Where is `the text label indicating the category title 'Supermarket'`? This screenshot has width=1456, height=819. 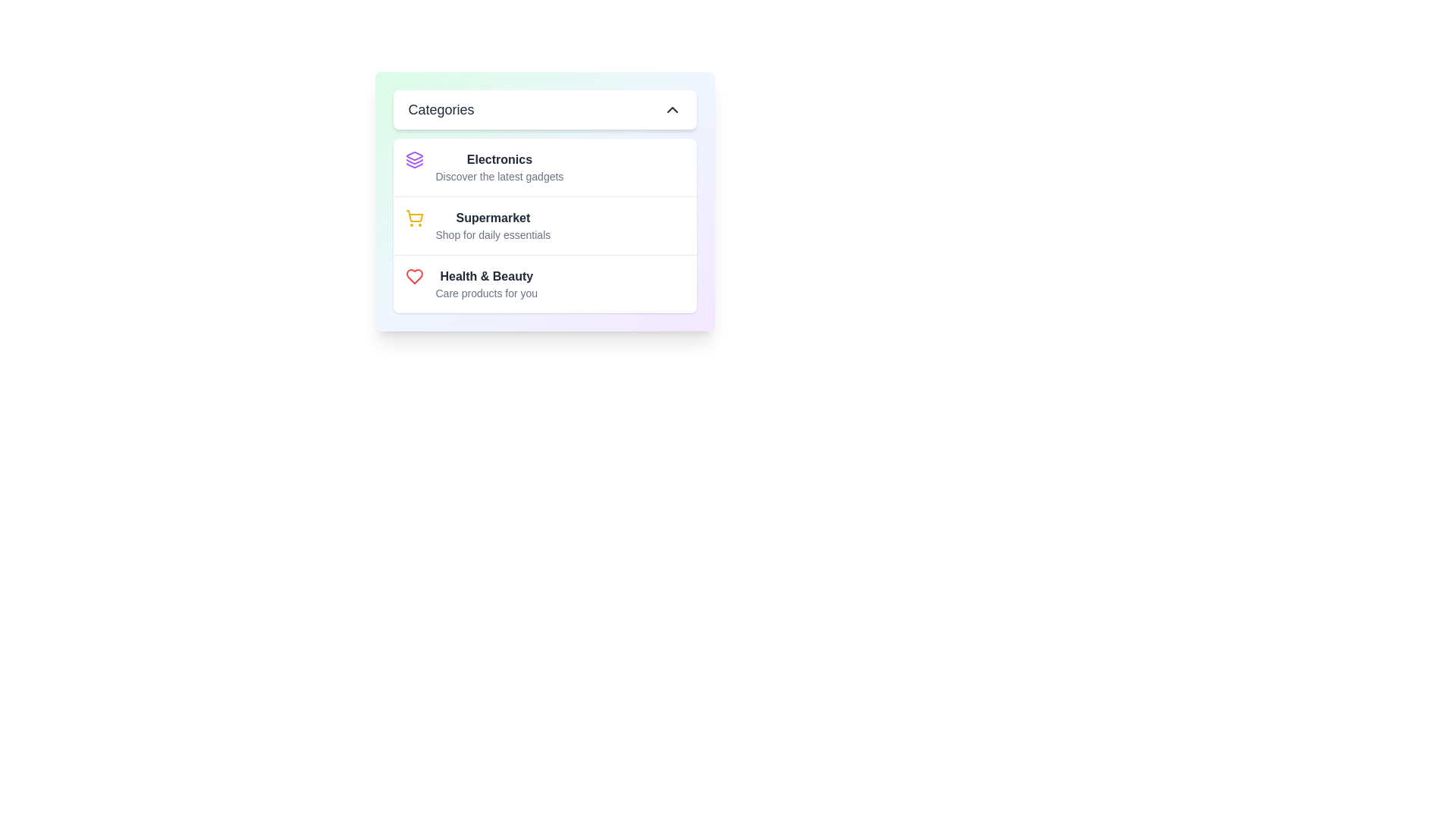 the text label indicating the category title 'Supermarket' is located at coordinates (493, 218).